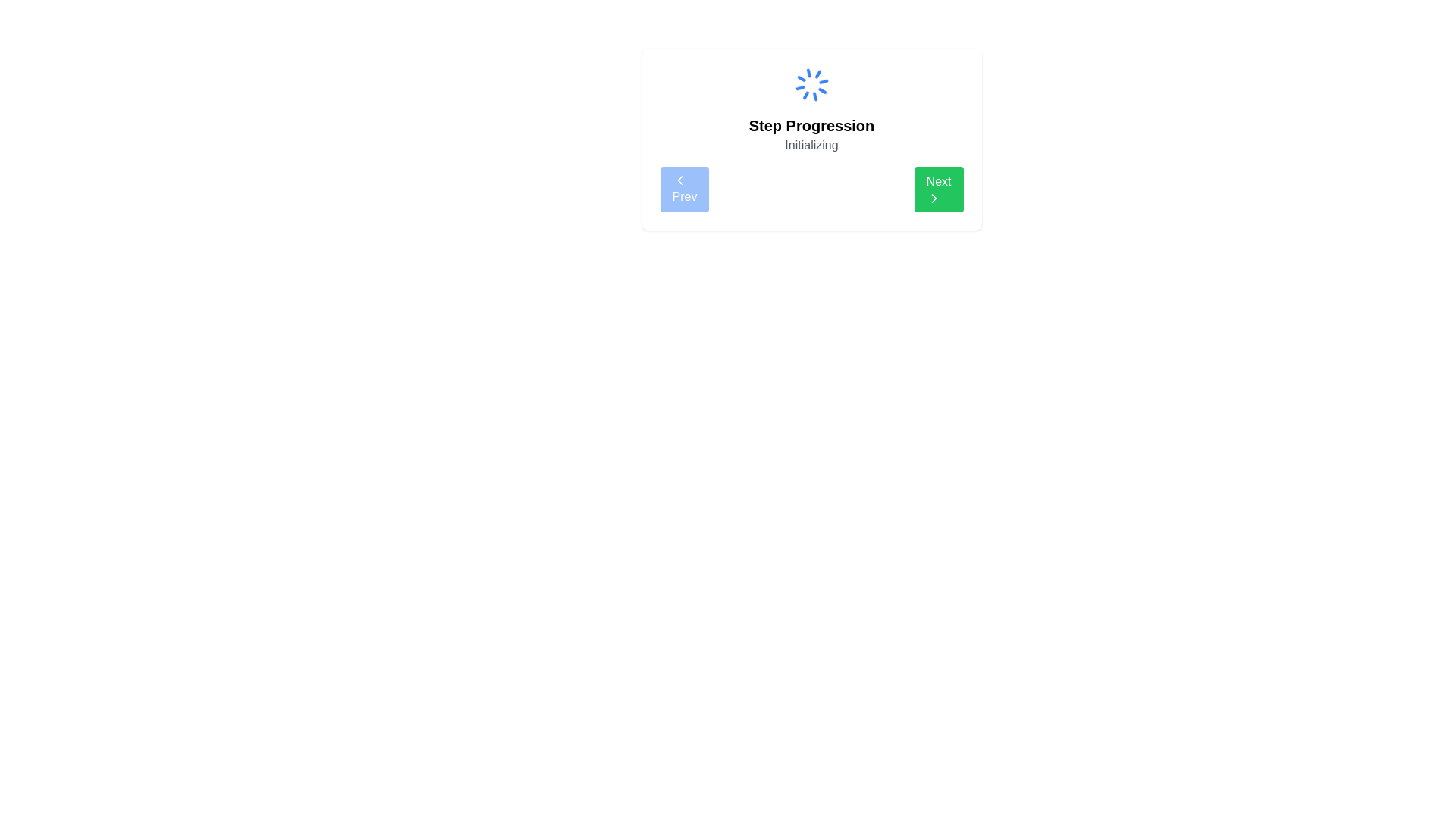 The height and width of the screenshot is (819, 1456). Describe the element at coordinates (933, 198) in the screenshot. I see `the SVG icon inside the green 'Next' button, which serves as a directional cue to proceed forward in the sequence` at that location.